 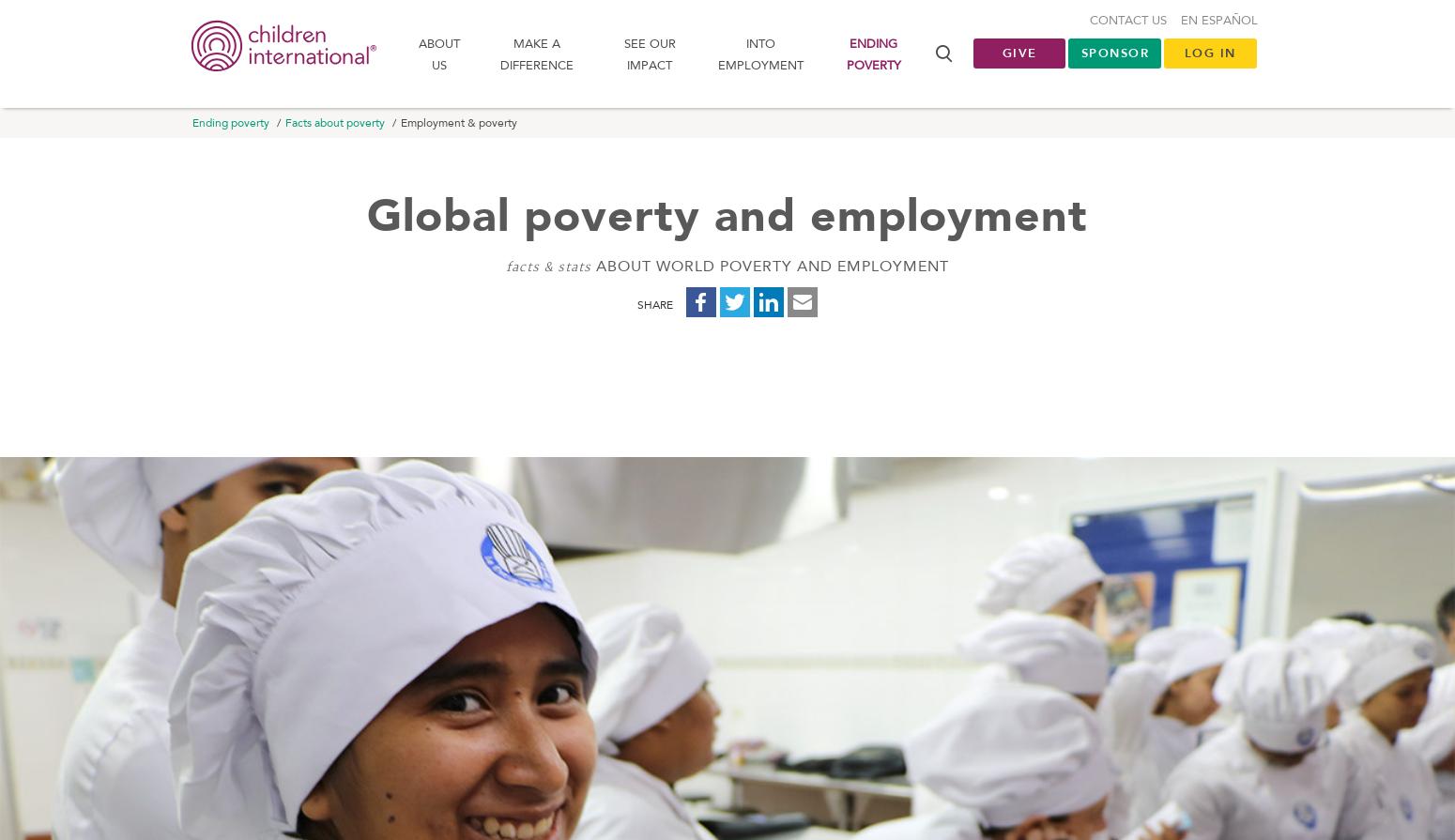 What do you see at coordinates (1080, 56) in the screenshot?
I see `'Sponsor'` at bounding box center [1080, 56].